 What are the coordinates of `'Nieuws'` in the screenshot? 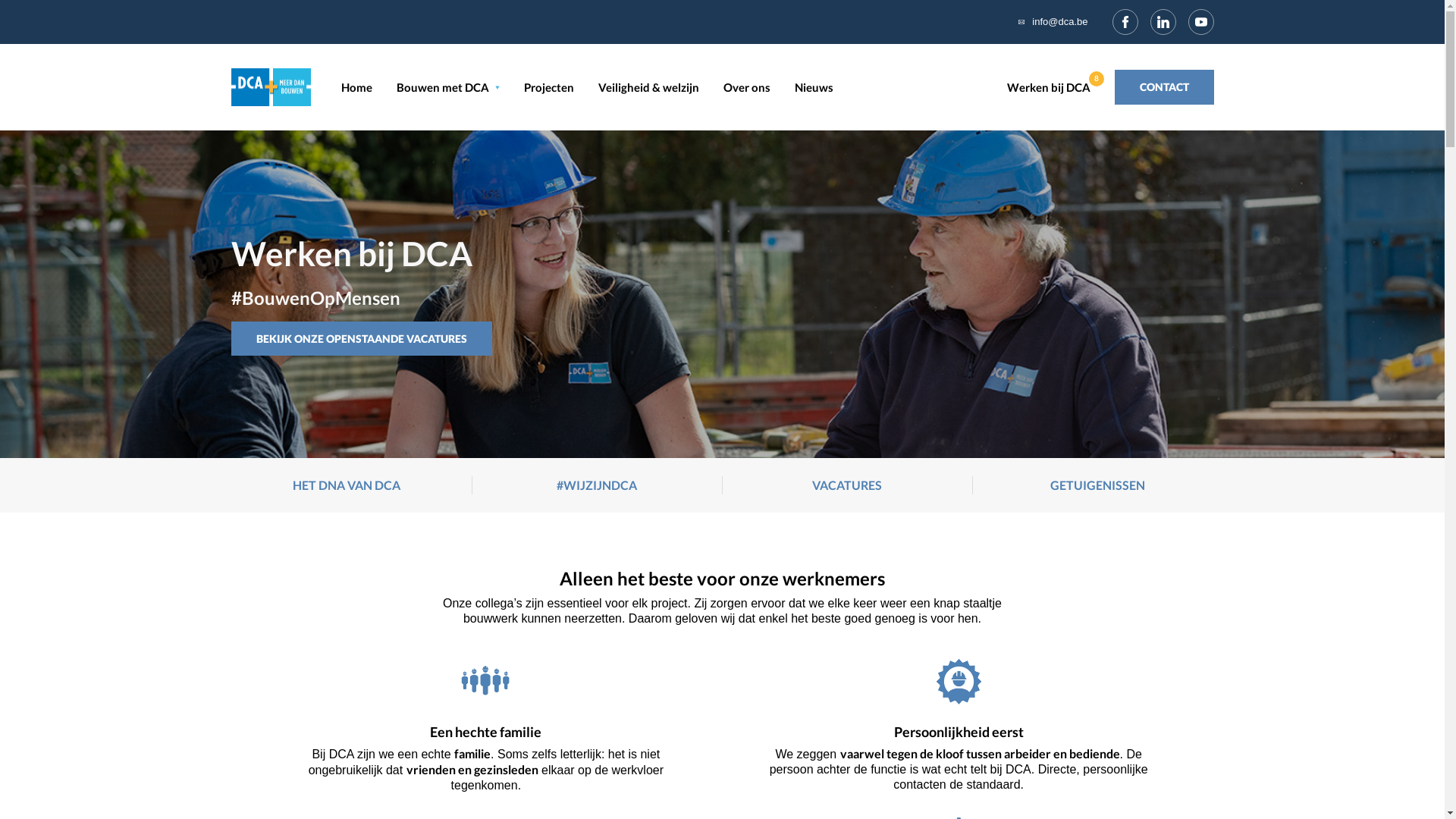 It's located at (813, 87).